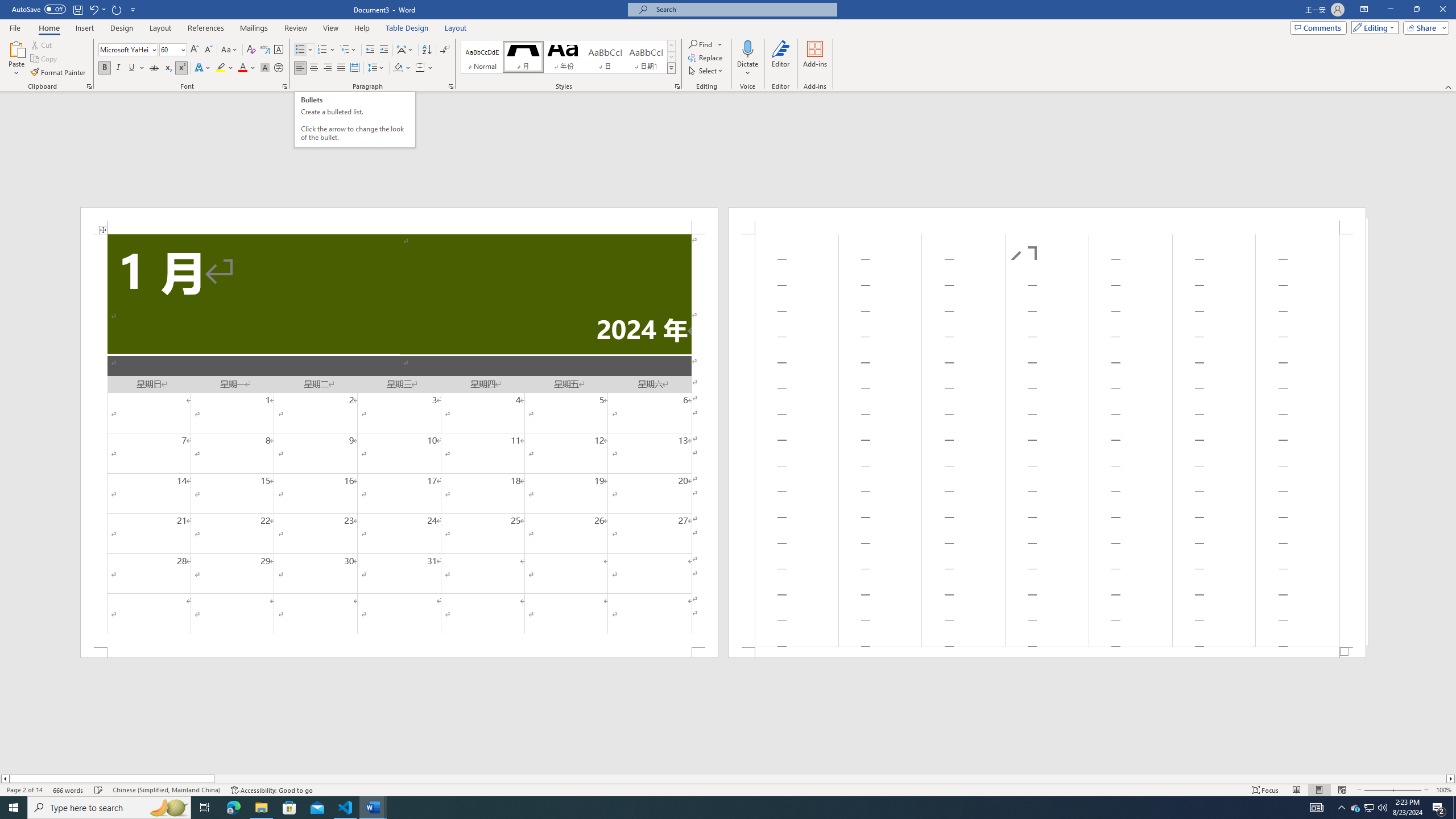 This screenshot has width=1456, height=819. Describe the element at coordinates (154, 67) in the screenshot. I see `'Strikethrough'` at that location.